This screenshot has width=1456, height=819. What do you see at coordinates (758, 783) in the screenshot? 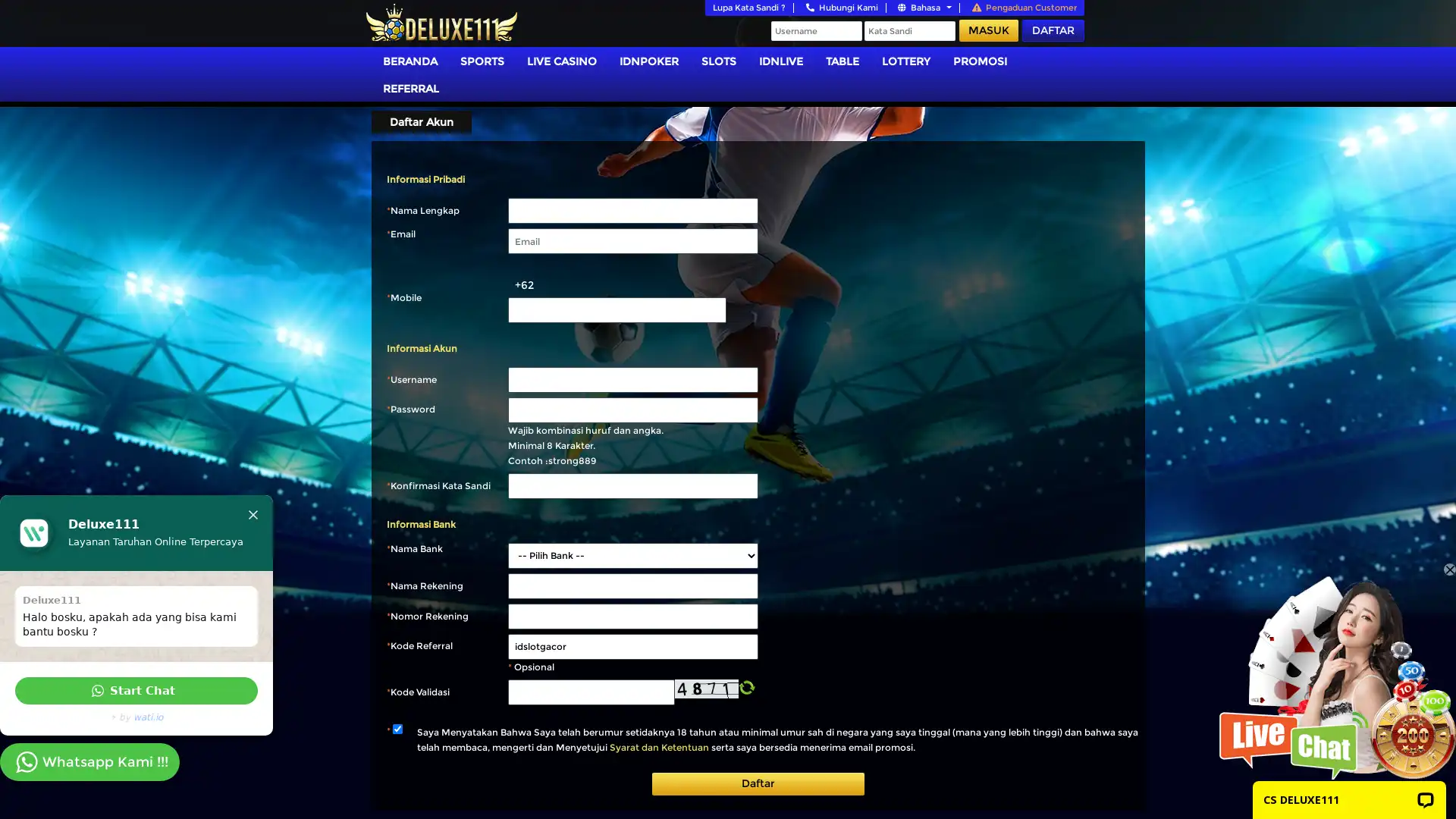
I see `Daftar` at bounding box center [758, 783].